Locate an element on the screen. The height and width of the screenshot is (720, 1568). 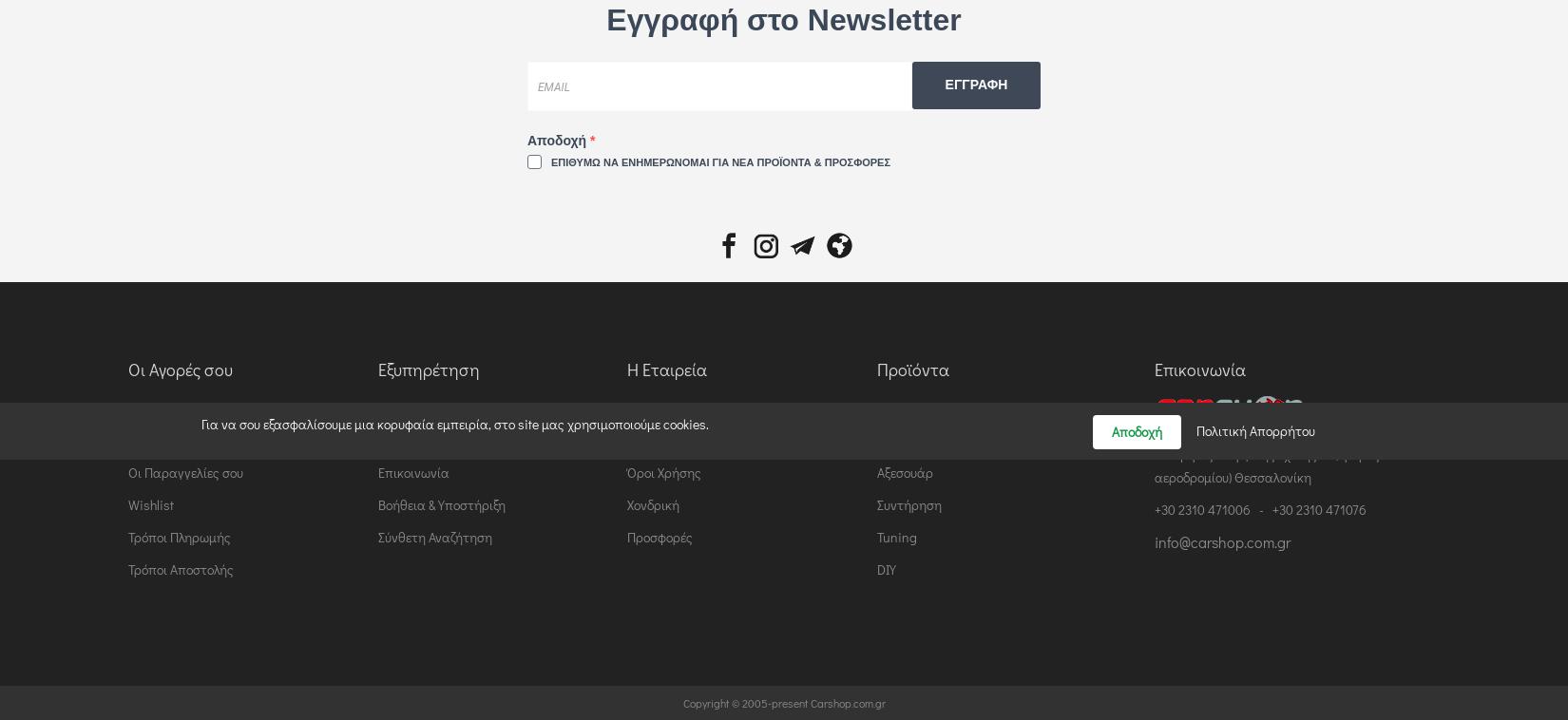
'info@carshop.com.gr' is located at coordinates (1221, 540).